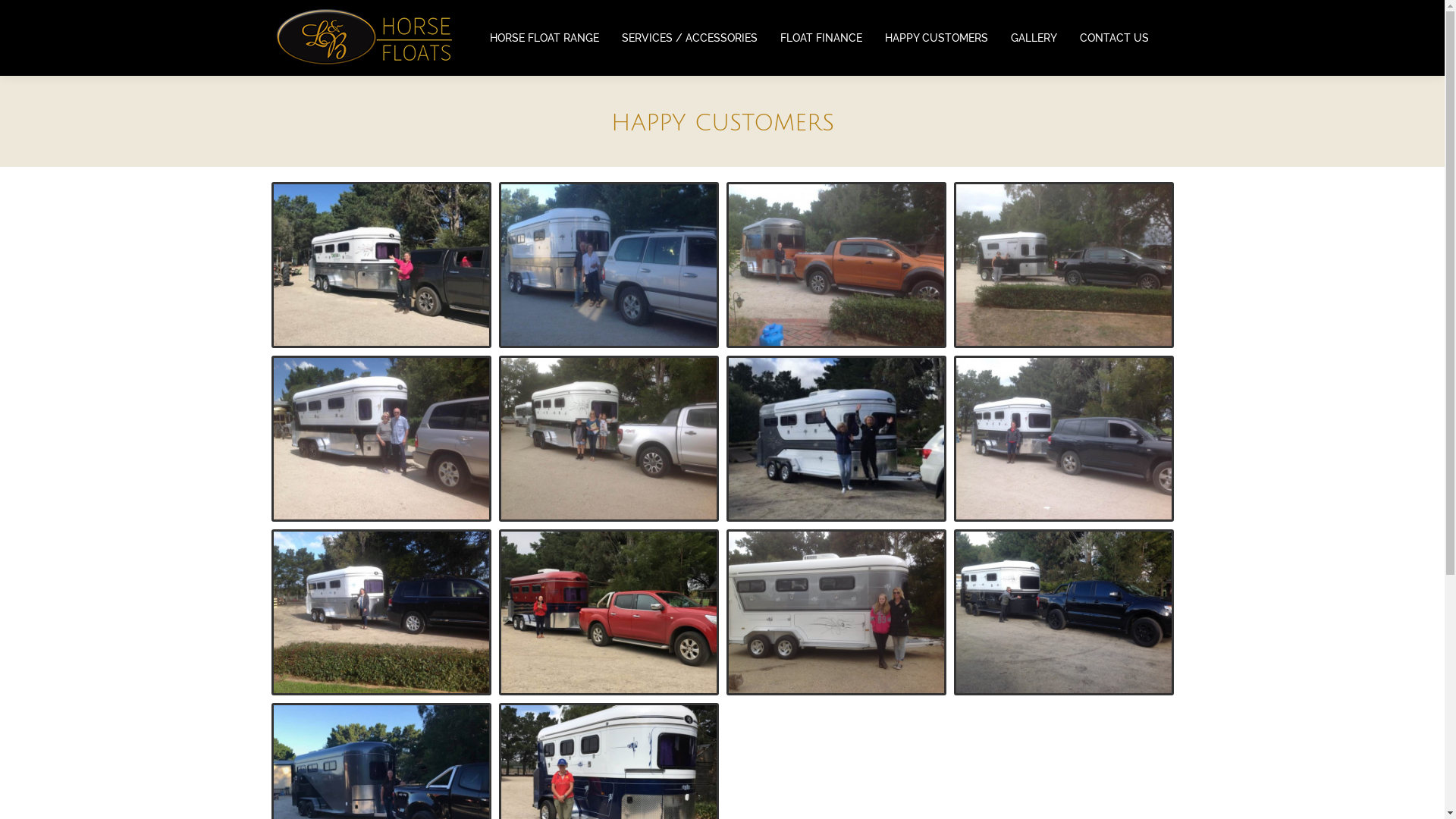 This screenshot has height=819, width=1456. What do you see at coordinates (1113, 37) in the screenshot?
I see `'CONTACT US'` at bounding box center [1113, 37].